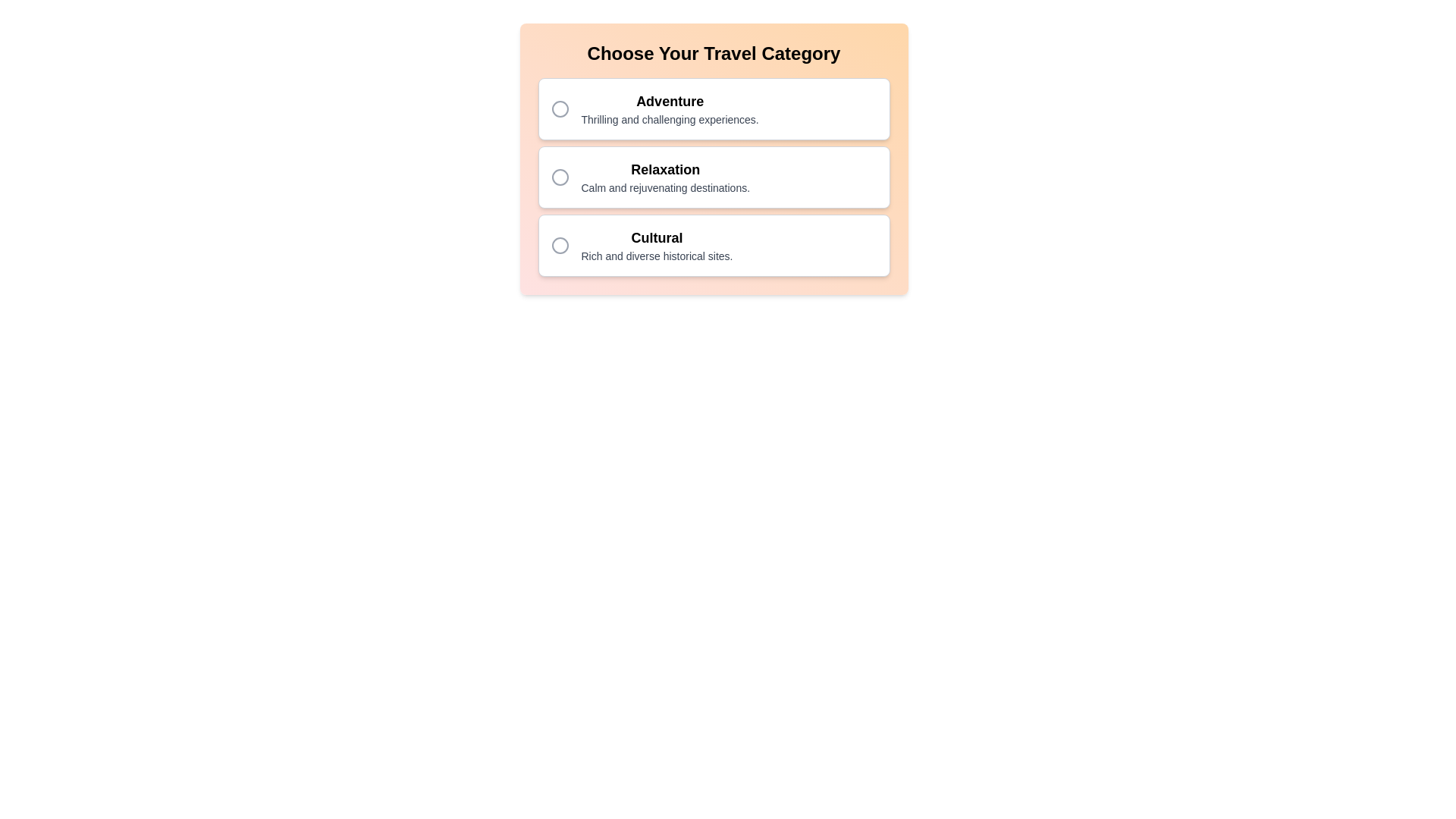  Describe the element at coordinates (669, 108) in the screenshot. I see `the text component displaying 'Adventure' and its description 'Thrilling and challenging experiences.' which is the first option under the heading 'Choose Your Travel Category'` at that location.